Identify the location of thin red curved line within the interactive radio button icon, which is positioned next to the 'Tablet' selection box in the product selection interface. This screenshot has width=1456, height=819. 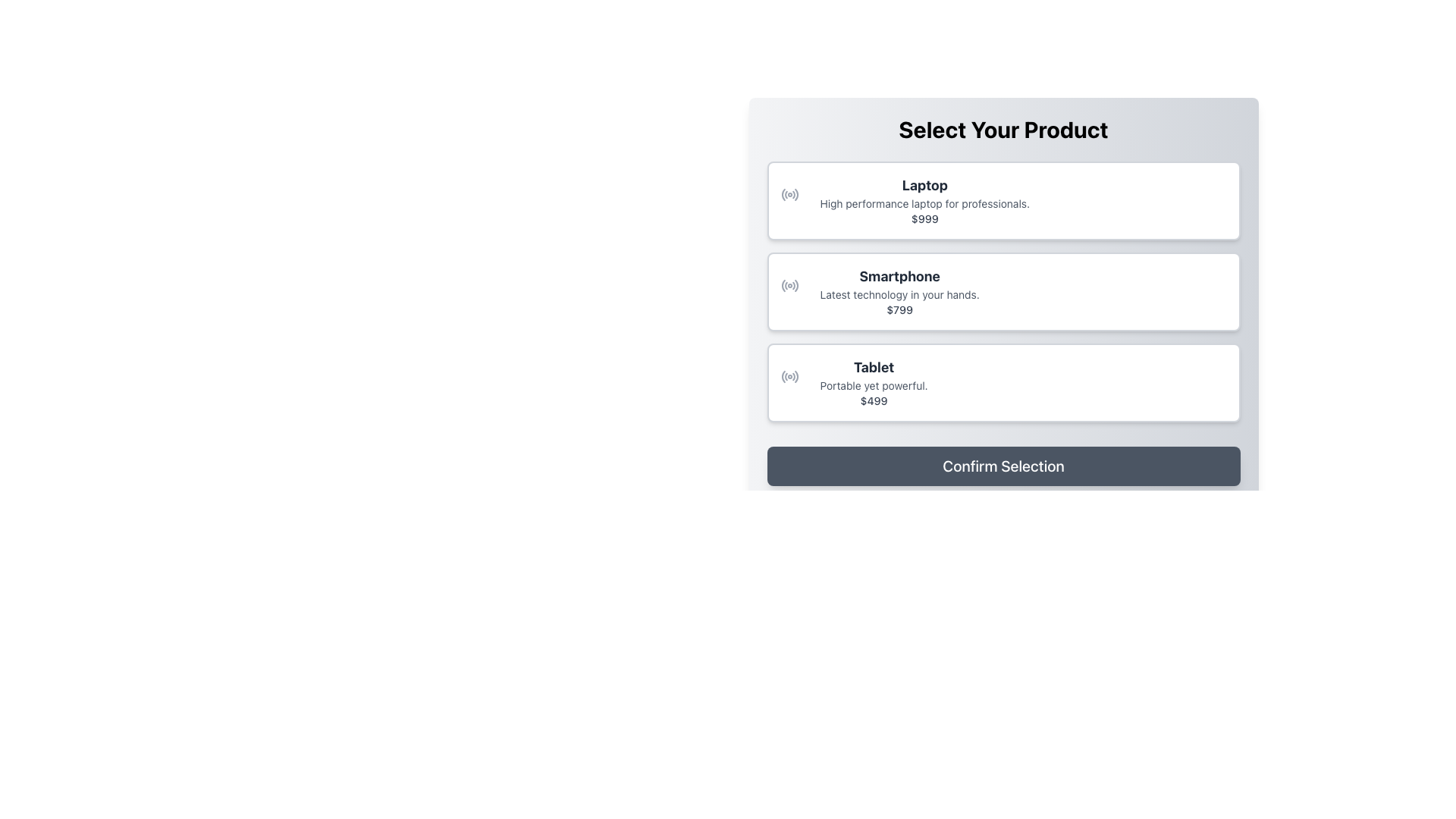
(795, 375).